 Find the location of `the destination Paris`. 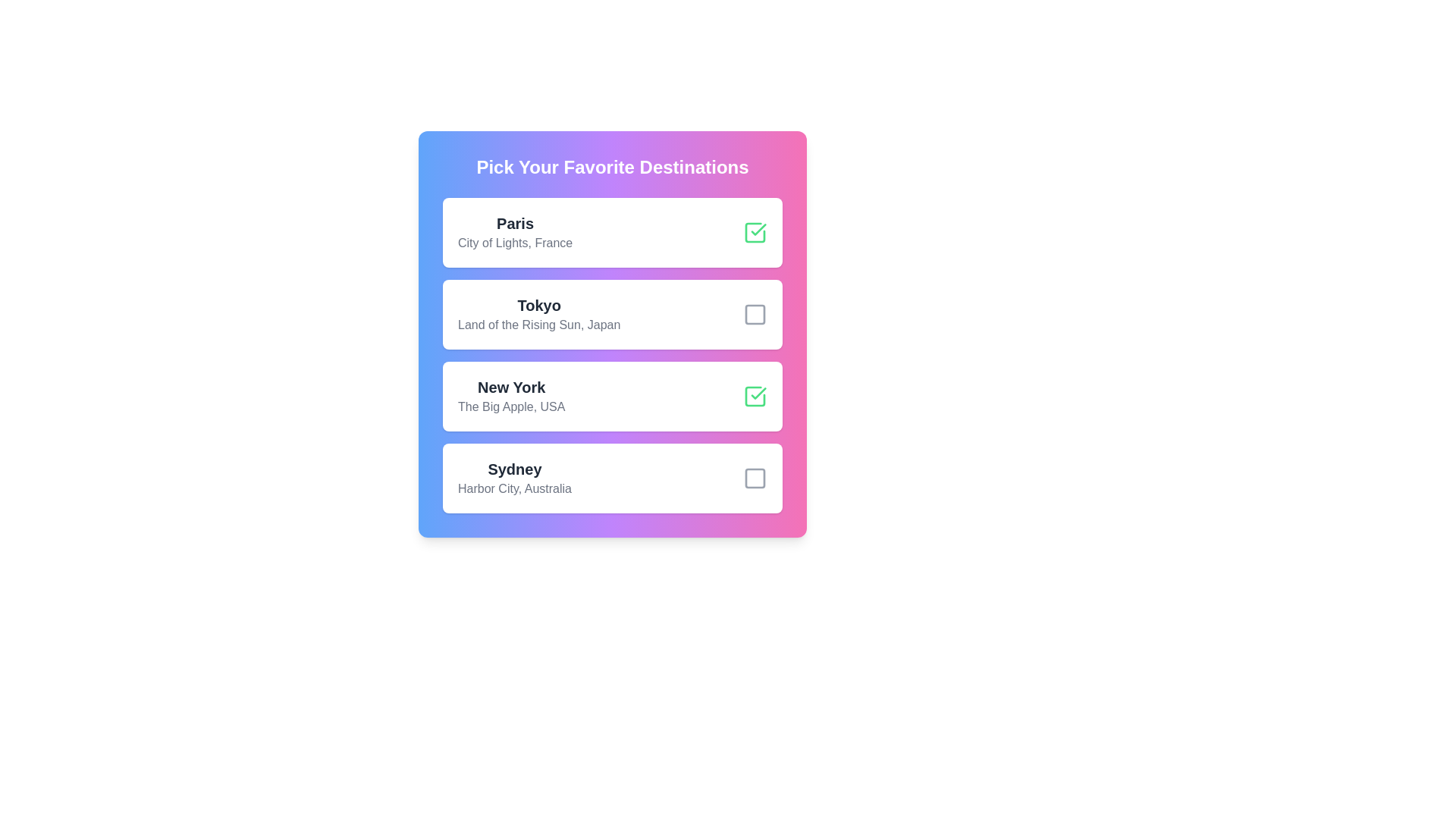

the destination Paris is located at coordinates (755, 233).